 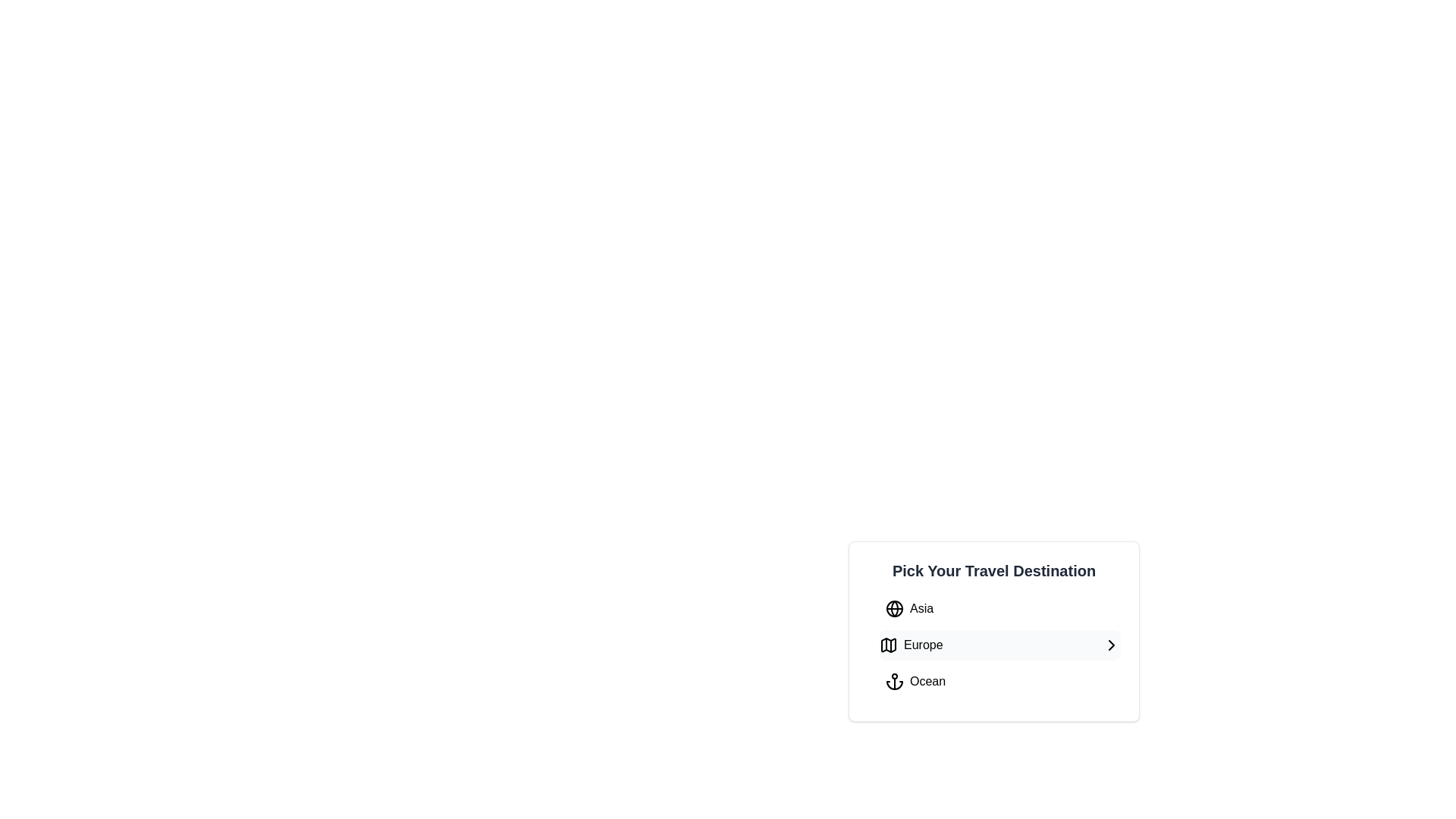 What do you see at coordinates (895, 680) in the screenshot?
I see `the icon representing the 'Ocean' option in the travel destination selector menu` at bounding box center [895, 680].